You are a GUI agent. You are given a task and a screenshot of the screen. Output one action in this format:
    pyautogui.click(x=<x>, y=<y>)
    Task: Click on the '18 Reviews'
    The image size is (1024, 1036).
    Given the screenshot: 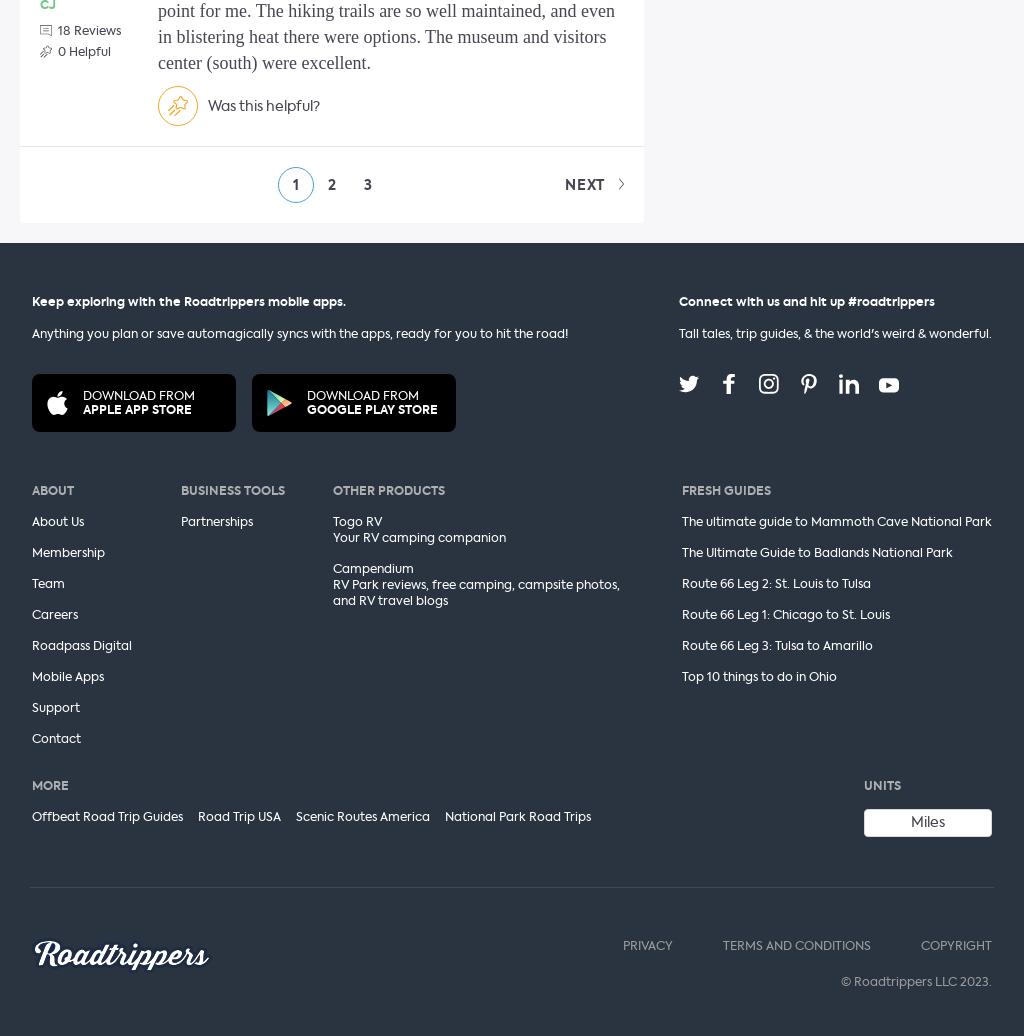 What is the action you would take?
    pyautogui.click(x=89, y=30)
    